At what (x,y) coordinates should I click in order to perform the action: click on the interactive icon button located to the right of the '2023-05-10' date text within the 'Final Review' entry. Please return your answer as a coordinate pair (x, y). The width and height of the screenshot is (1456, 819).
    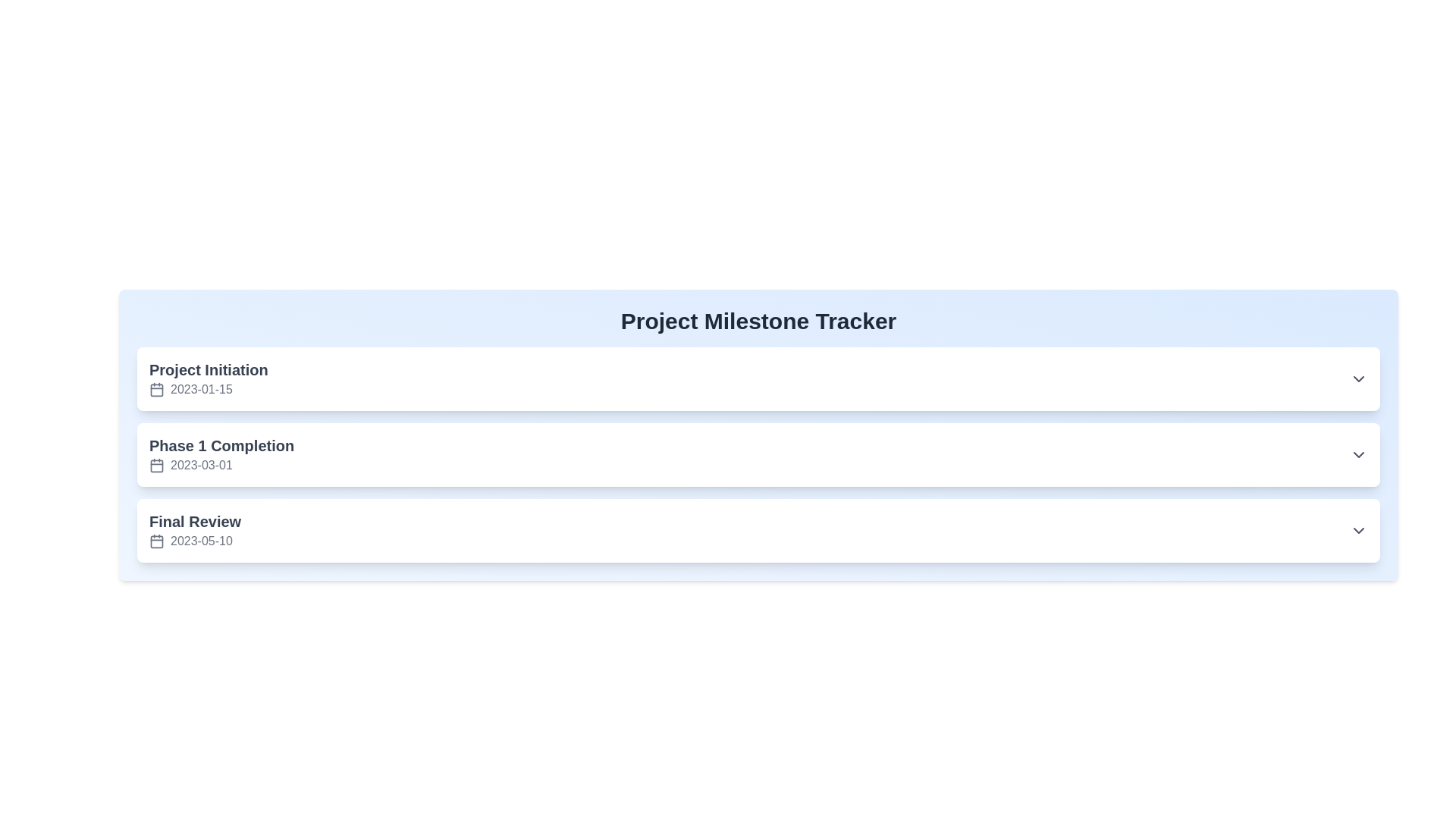
    Looking at the image, I should click on (1358, 529).